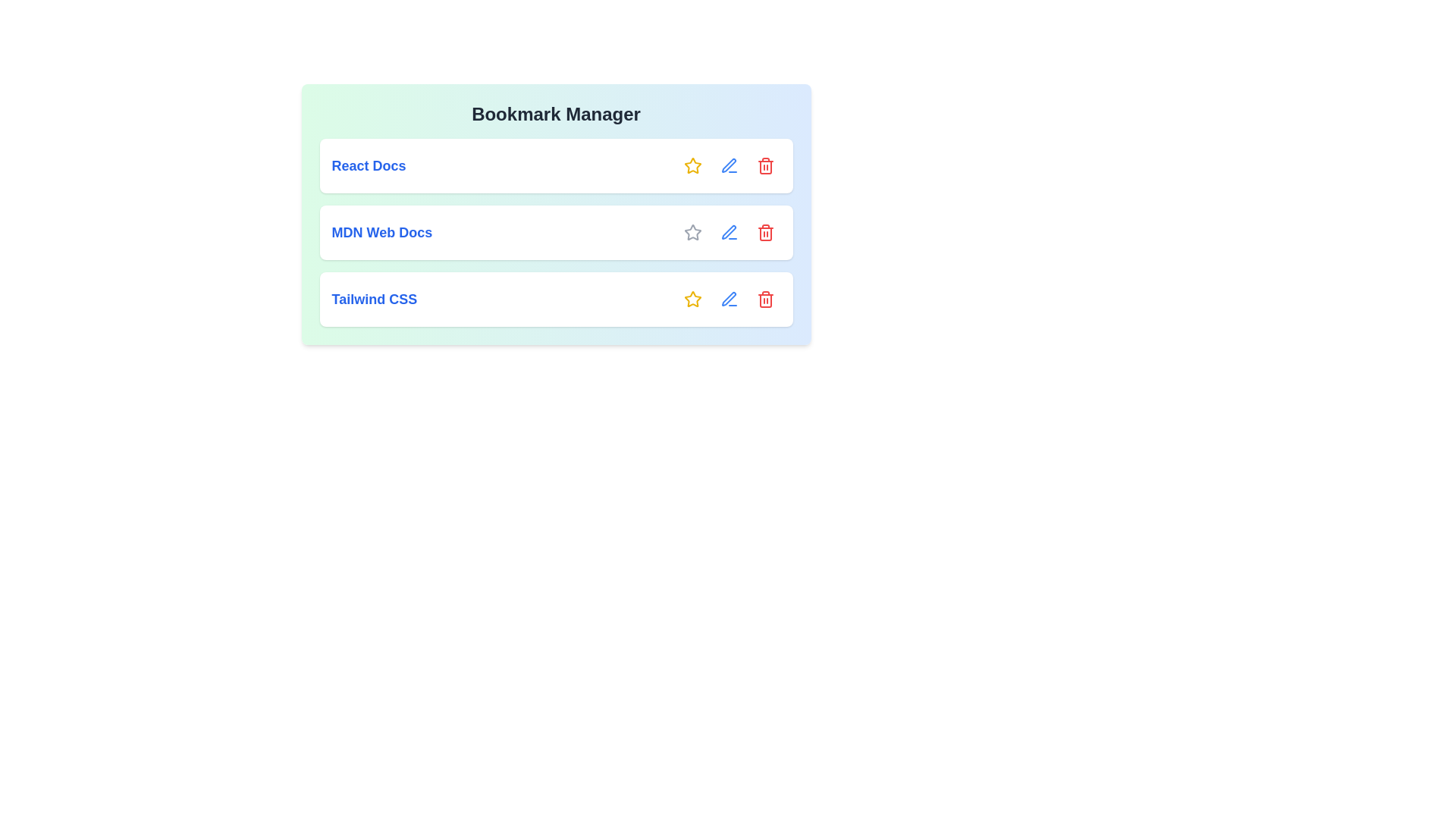 This screenshot has width=1456, height=819. I want to click on the edit icon for the bookmark with name React Docs, so click(729, 166).